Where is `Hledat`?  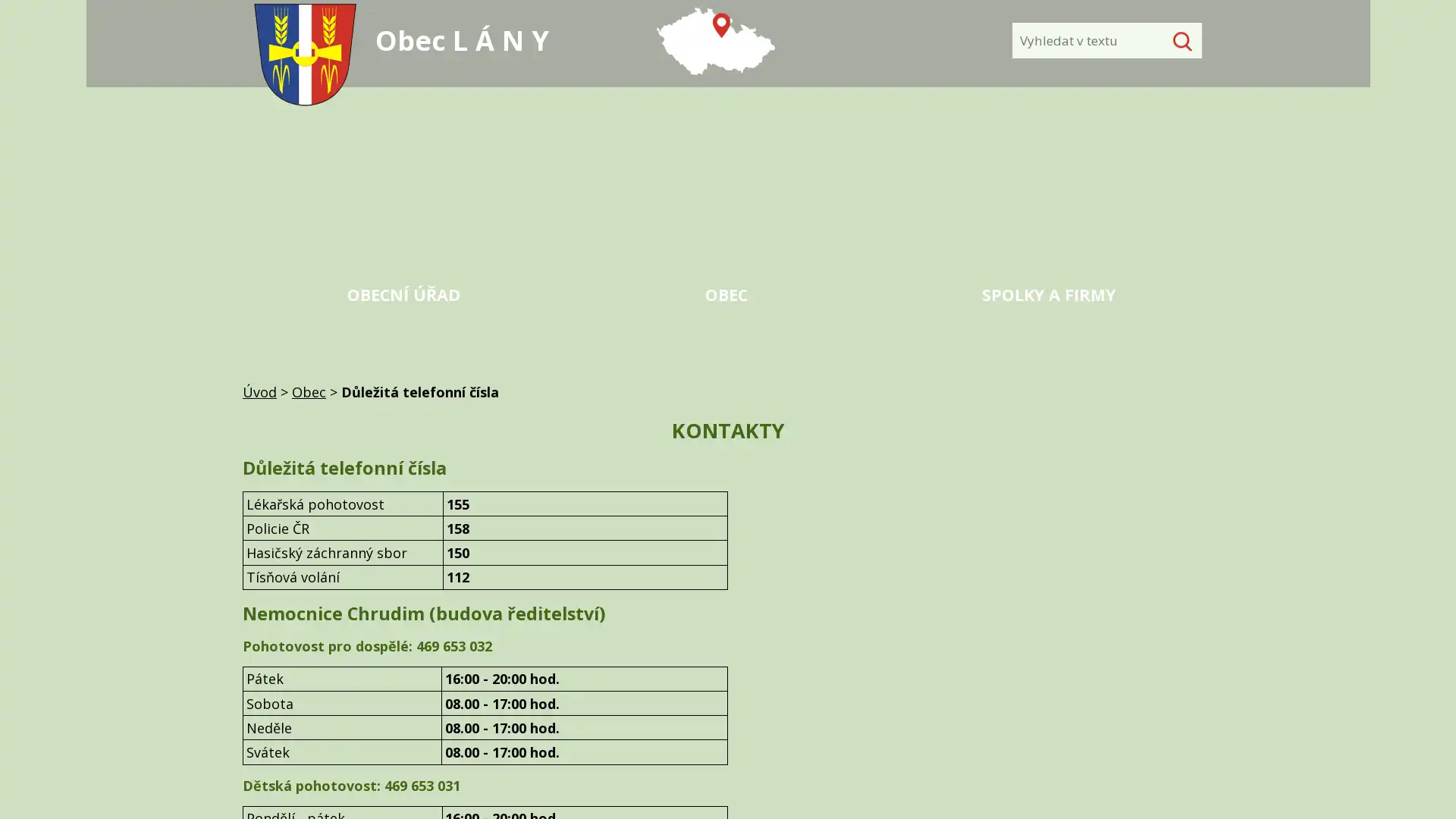
Hledat is located at coordinates (1178, 40).